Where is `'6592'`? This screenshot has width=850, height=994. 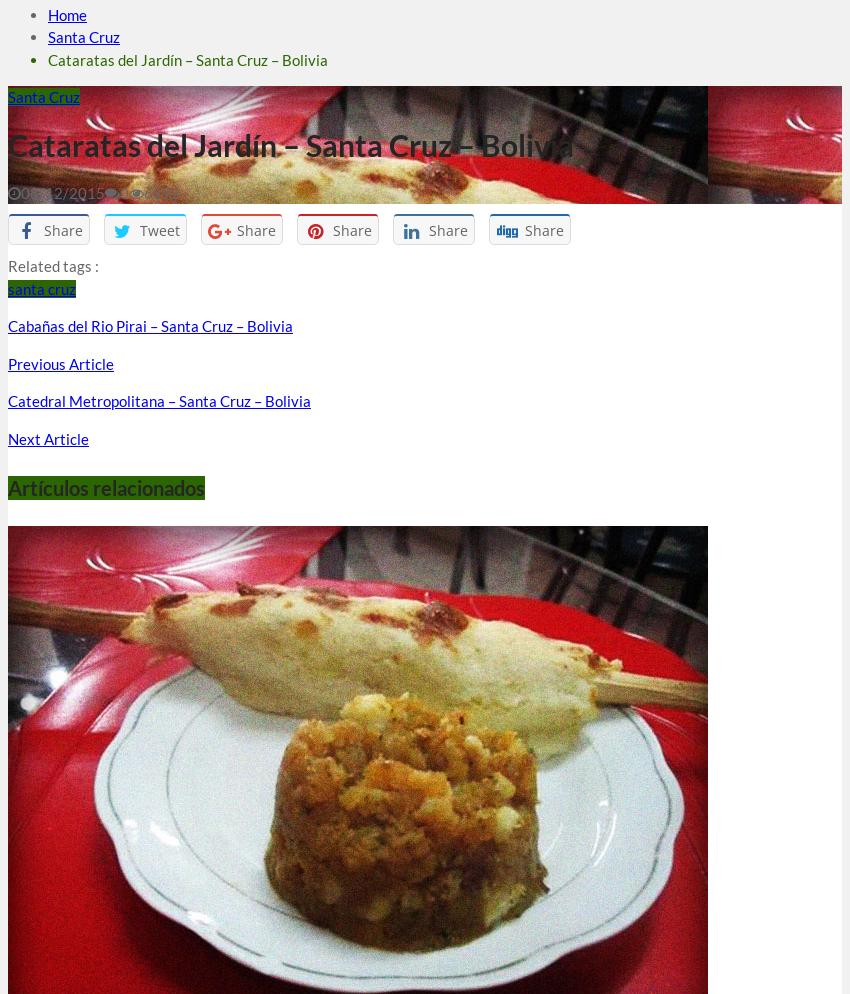 '6592' is located at coordinates (143, 191).